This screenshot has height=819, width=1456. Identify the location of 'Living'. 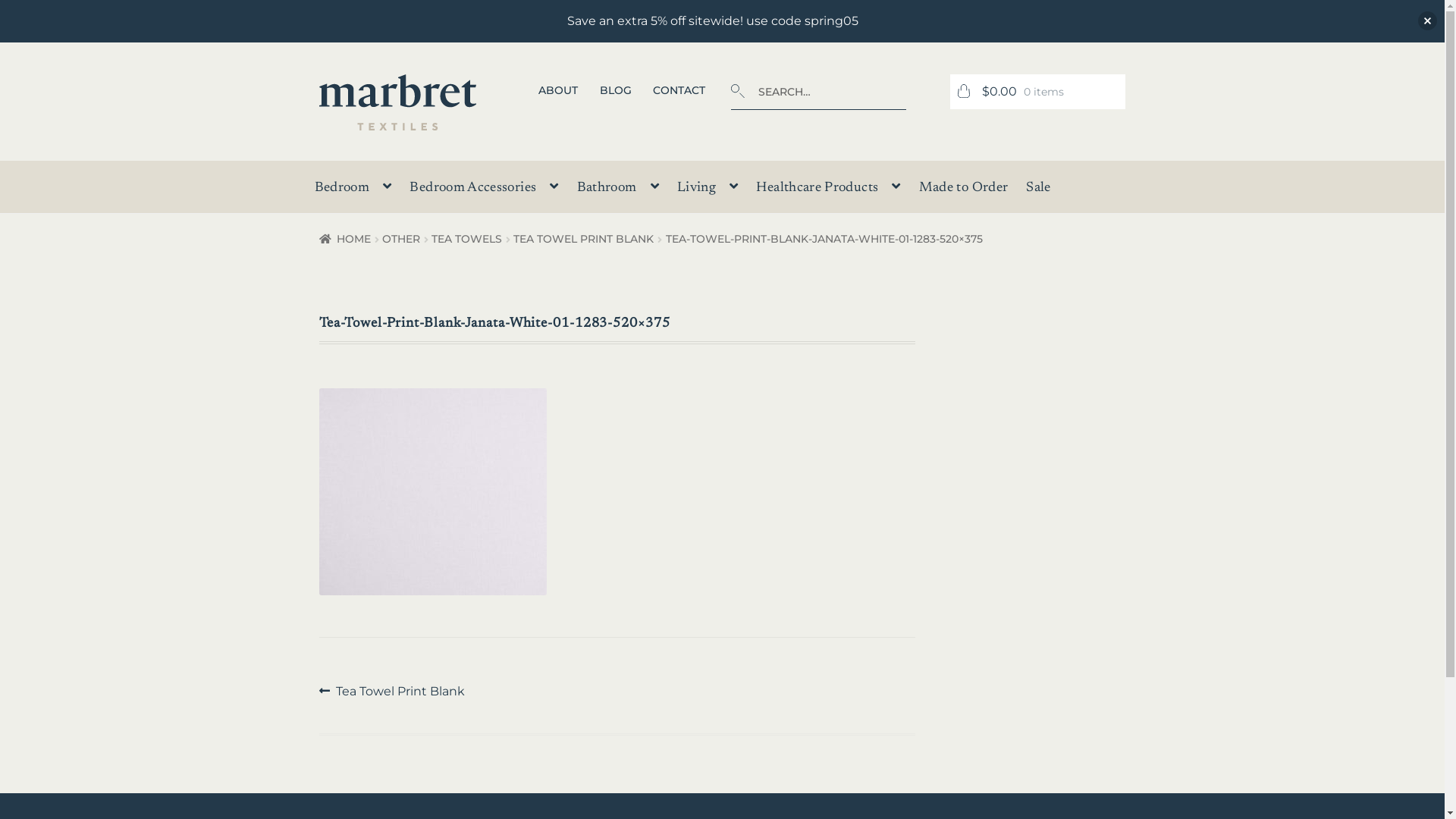
(707, 190).